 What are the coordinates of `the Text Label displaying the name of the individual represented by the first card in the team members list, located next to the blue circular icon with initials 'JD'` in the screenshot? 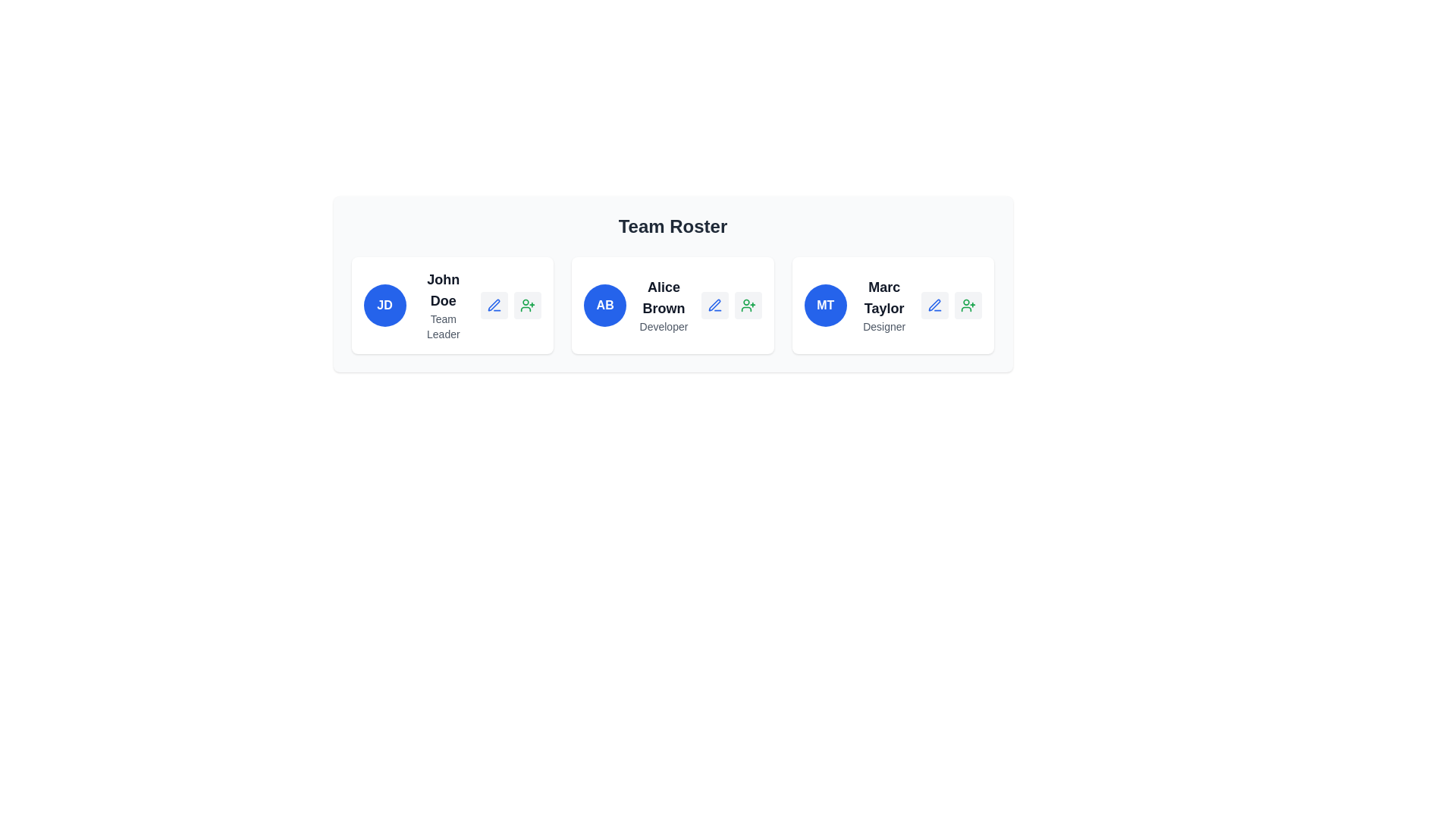 It's located at (442, 290).